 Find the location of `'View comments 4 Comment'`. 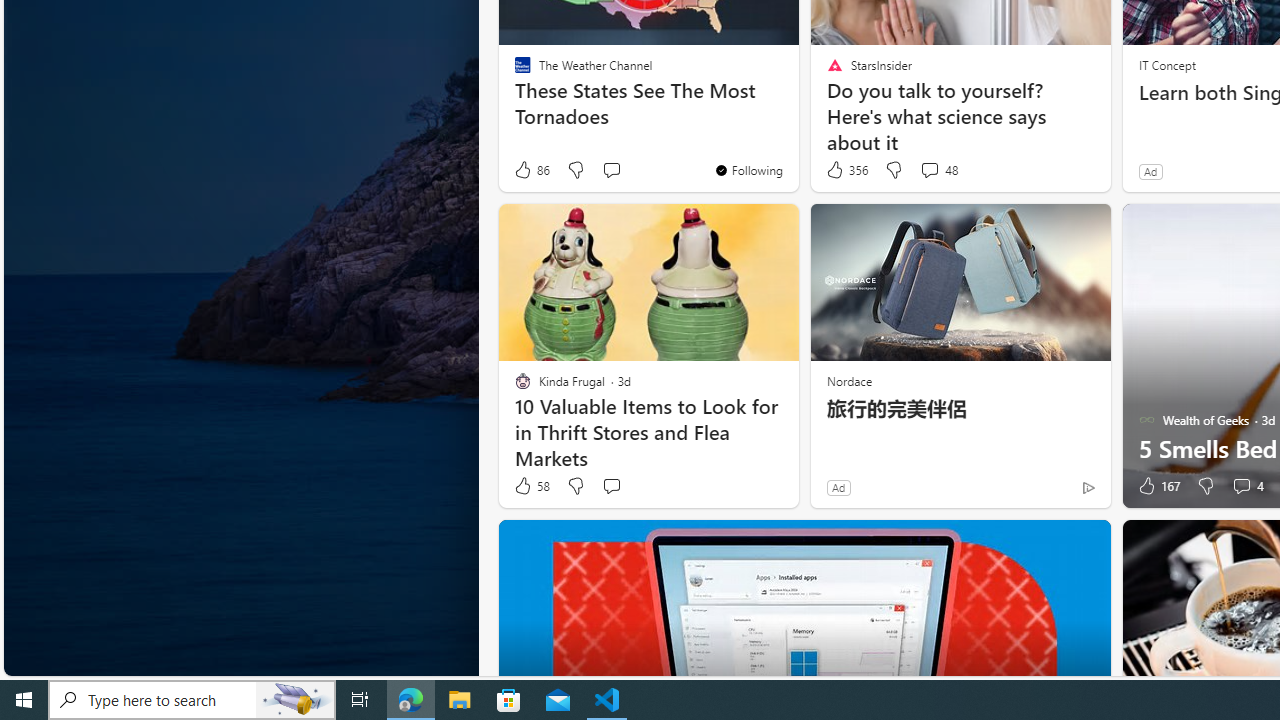

'View comments 4 Comment' is located at coordinates (1246, 486).